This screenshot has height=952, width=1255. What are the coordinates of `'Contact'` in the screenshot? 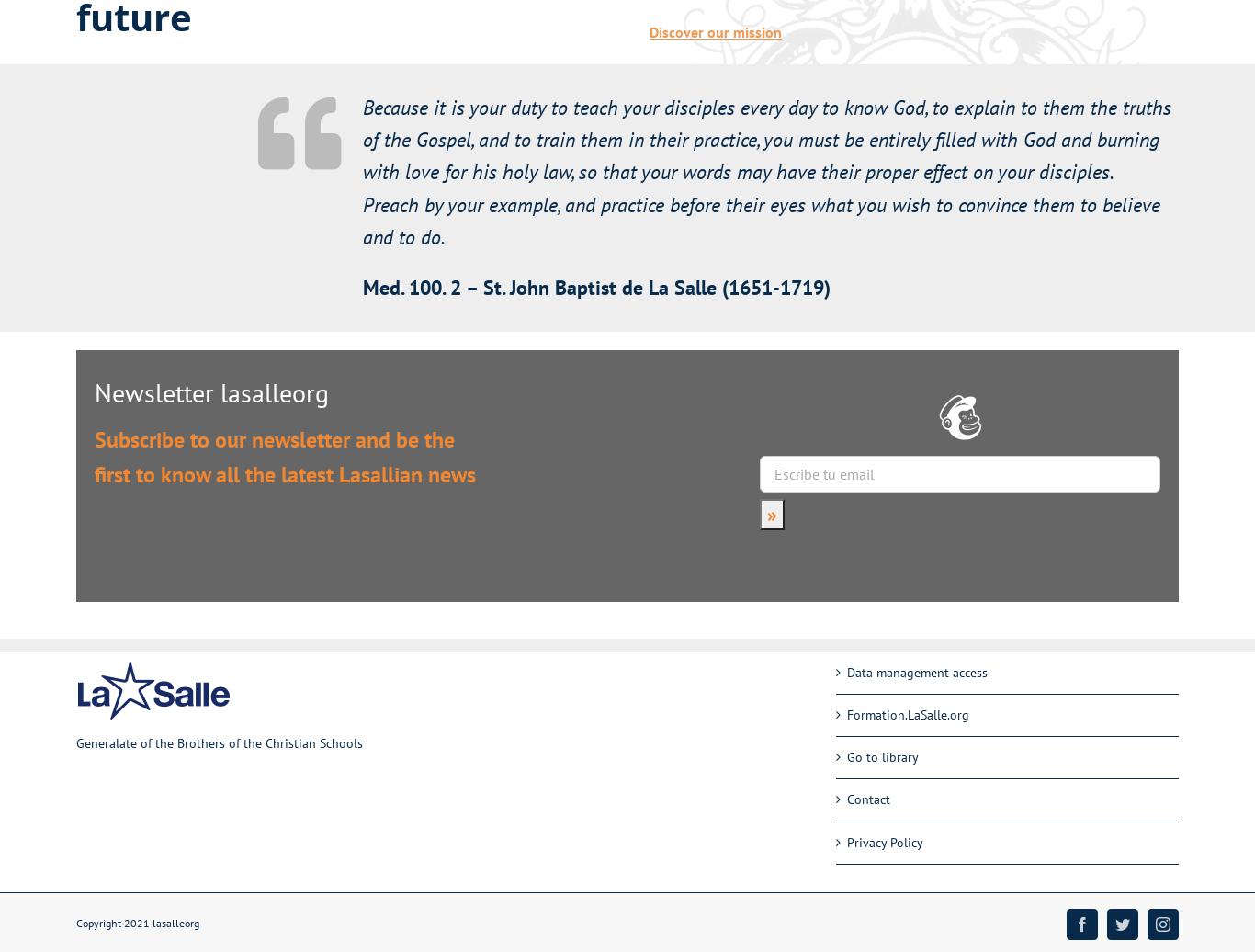 It's located at (867, 799).